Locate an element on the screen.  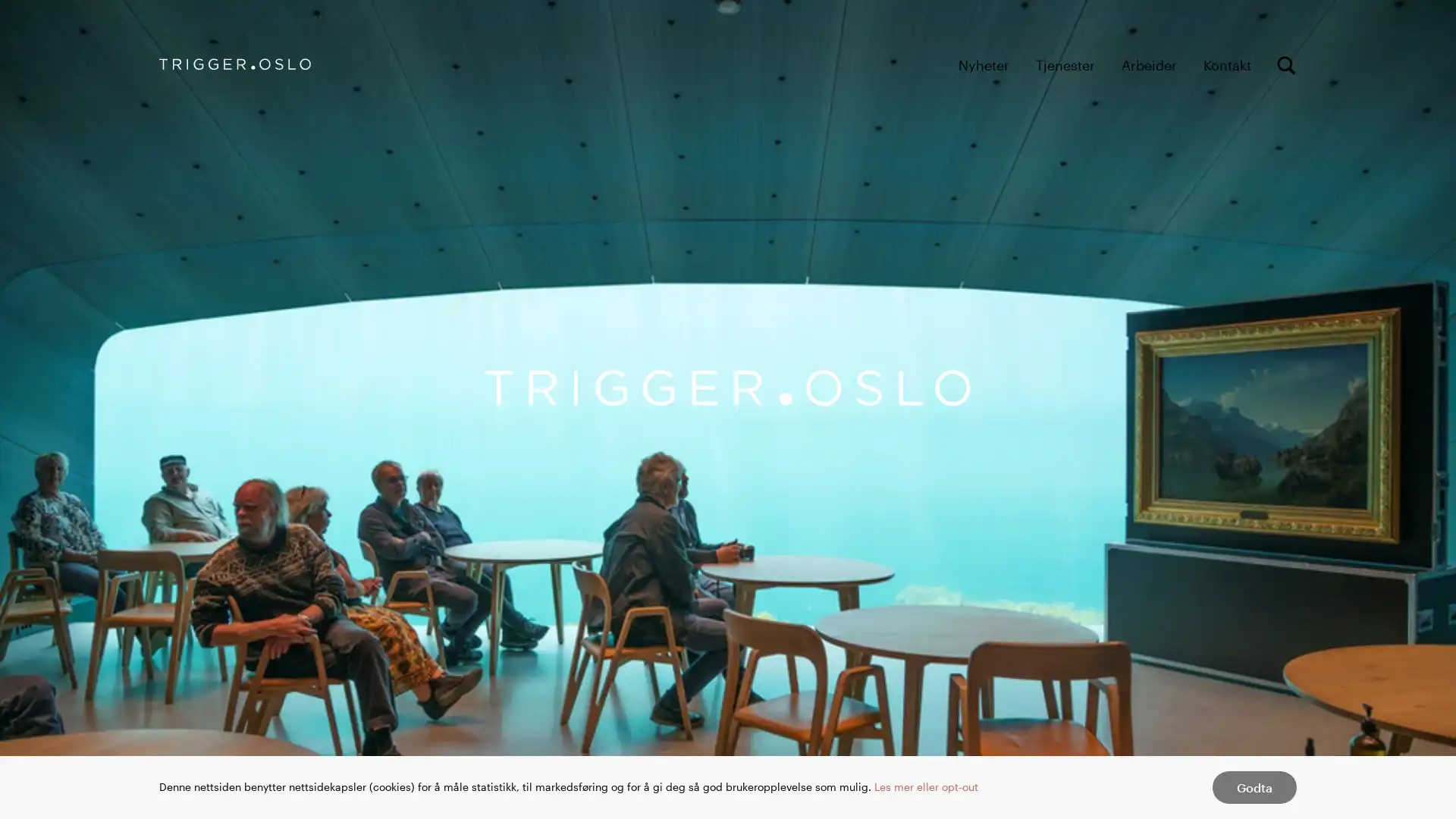
Godta is located at coordinates (1254, 786).